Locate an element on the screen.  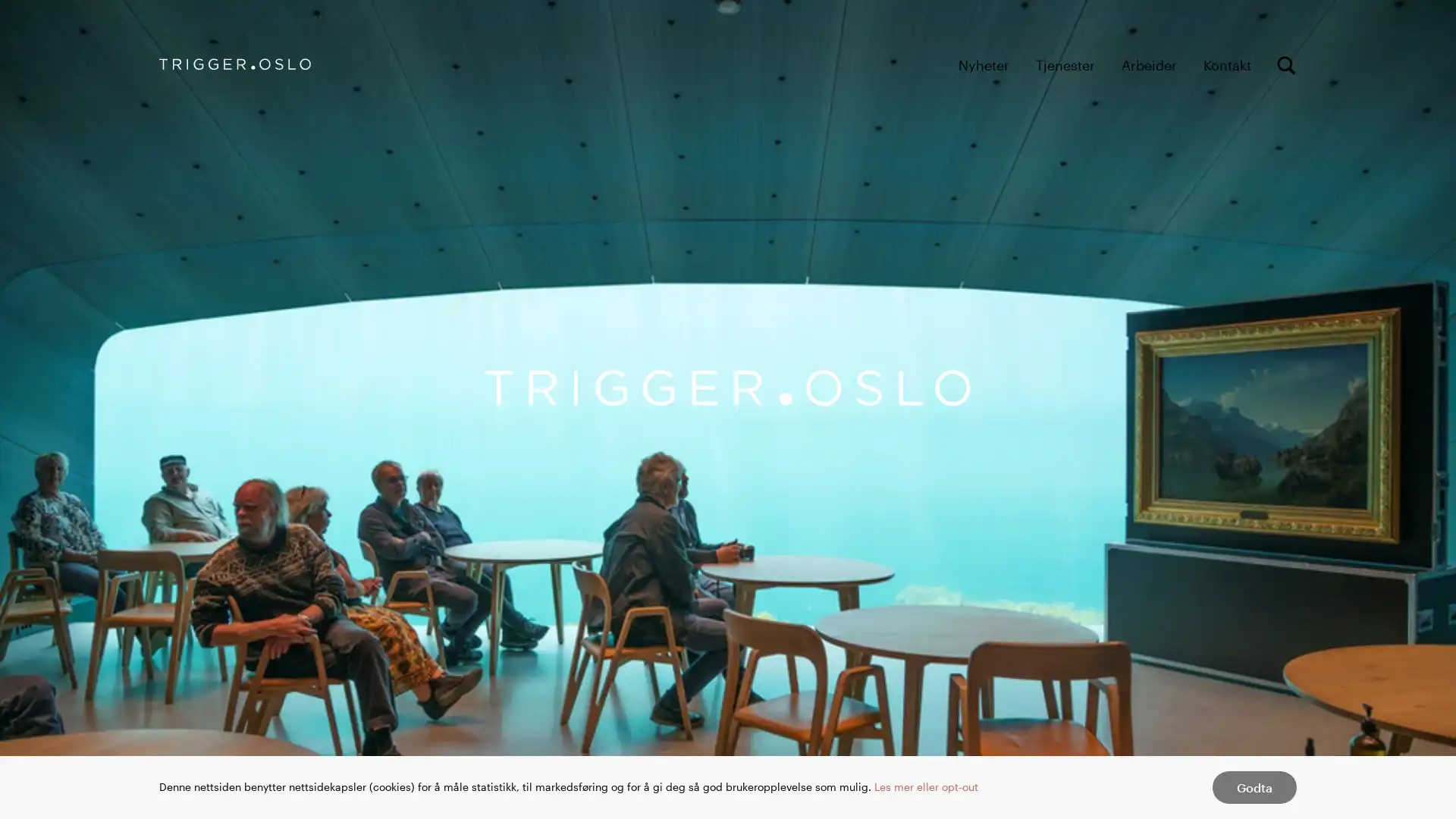
Godta is located at coordinates (1254, 786).